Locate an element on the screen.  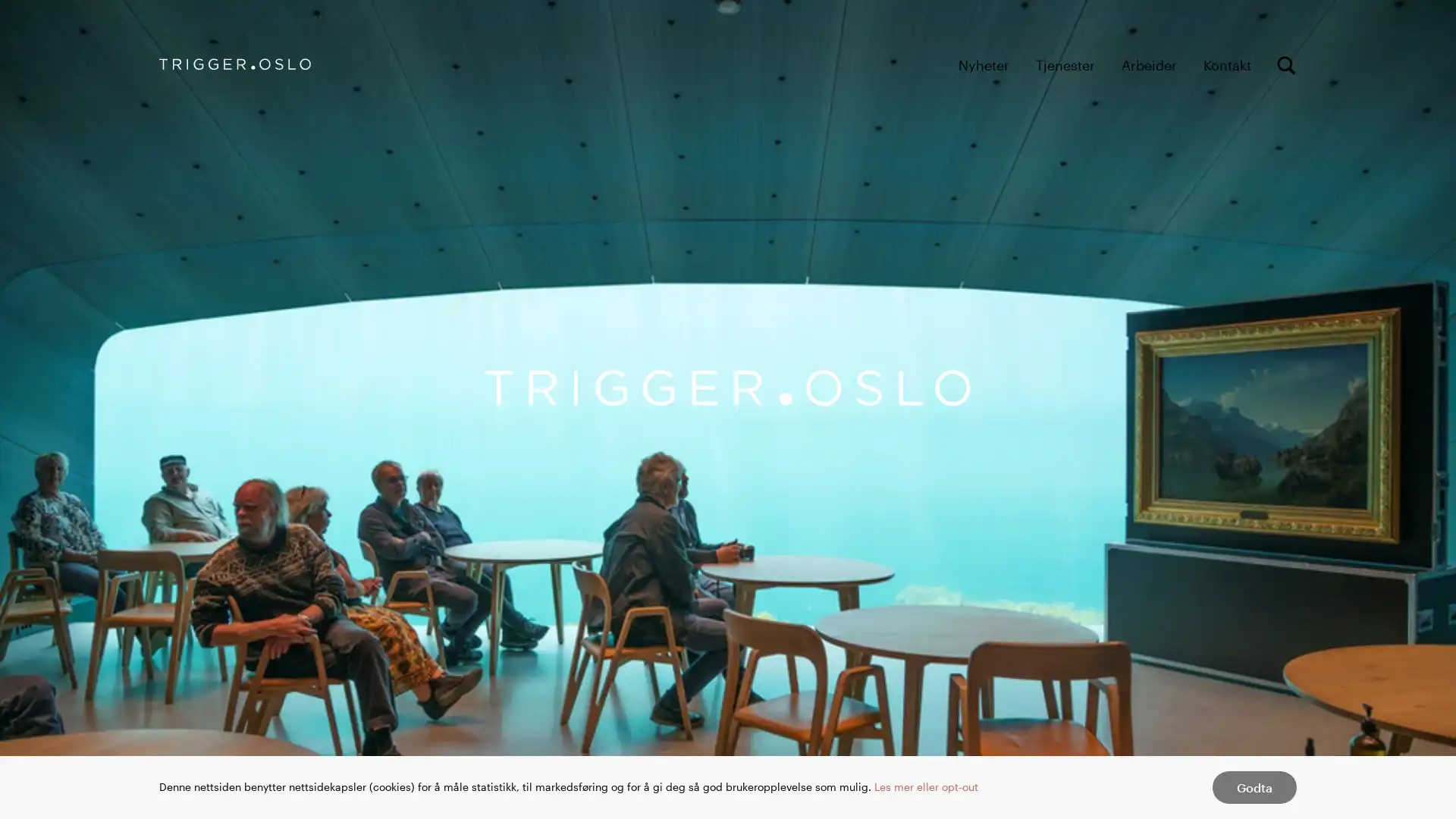
Godta is located at coordinates (1254, 786).